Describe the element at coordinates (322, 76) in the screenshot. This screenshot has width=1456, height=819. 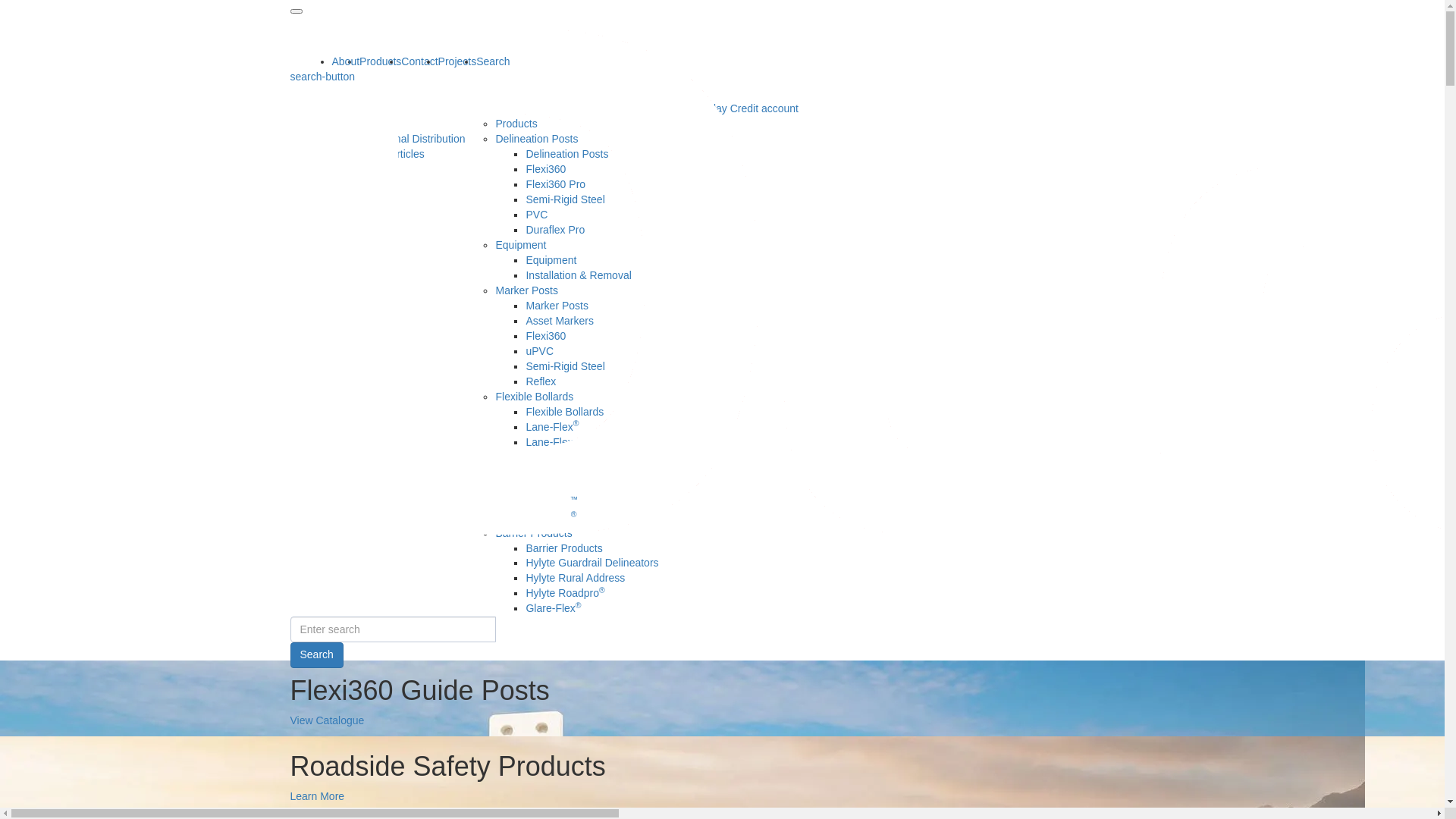
I see `'search-button'` at that location.